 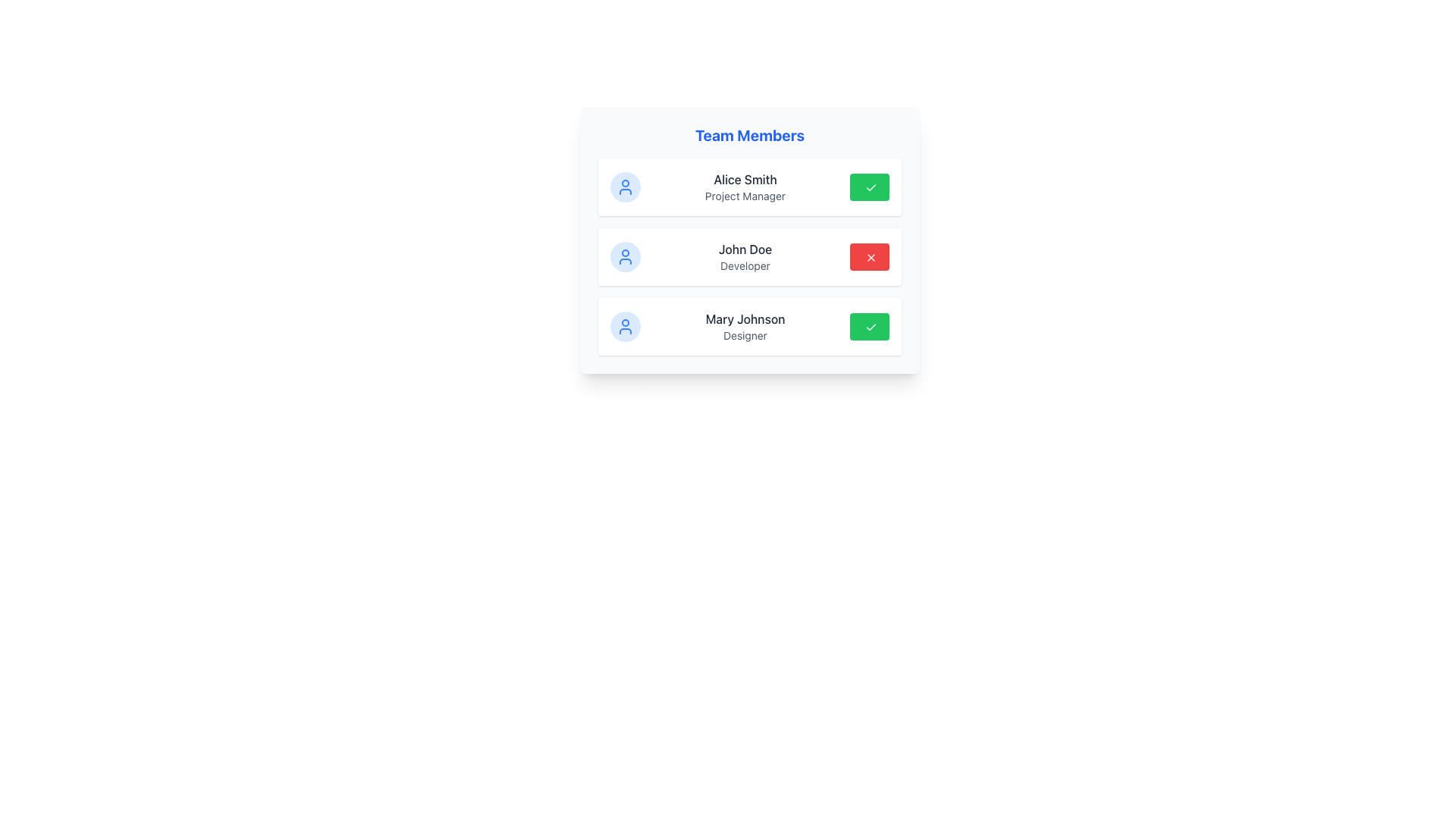 I want to click on the blue circular icon featuring a user silhouette, which is located within the card for 'John Doe', a Developer, positioned on the left side above the name and role text, so click(x=626, y=256).